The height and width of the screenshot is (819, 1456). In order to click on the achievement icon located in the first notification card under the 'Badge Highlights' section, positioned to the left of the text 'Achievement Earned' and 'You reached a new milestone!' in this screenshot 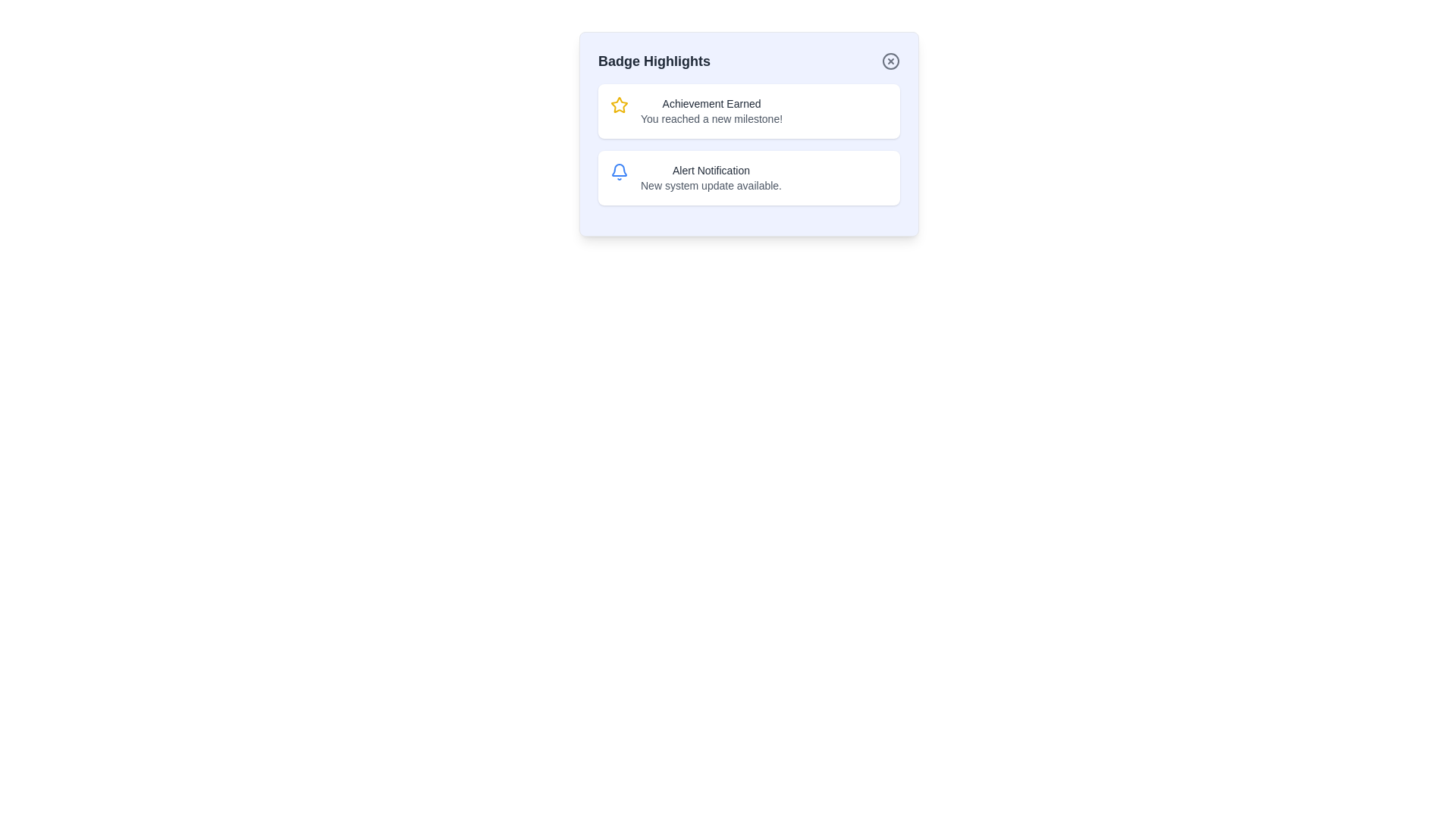, I will do `click(619, 104)`.